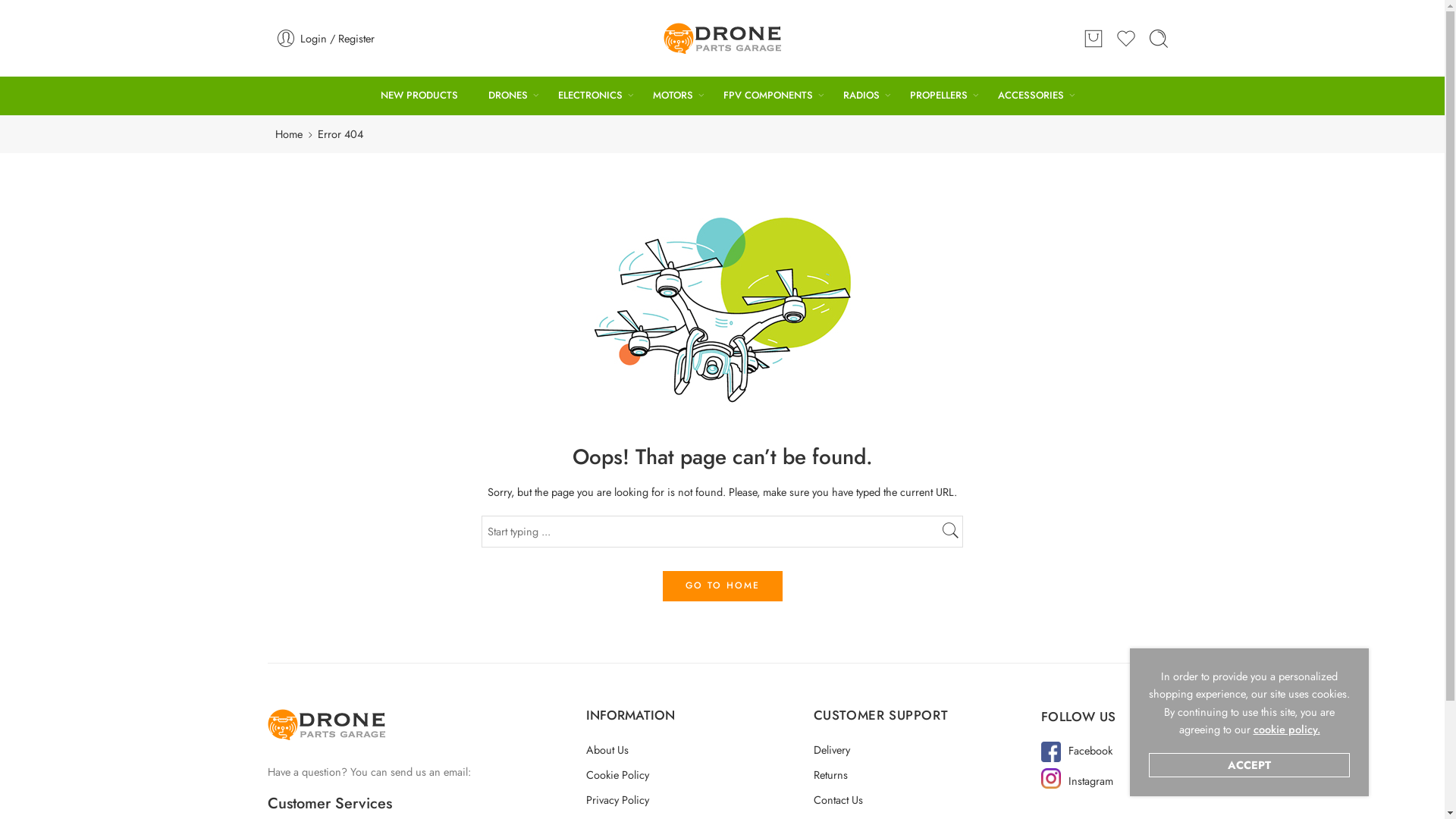  Describe the element at coordinates (1068, 749) in the screenshot. I see `'Facebook'` at that location.